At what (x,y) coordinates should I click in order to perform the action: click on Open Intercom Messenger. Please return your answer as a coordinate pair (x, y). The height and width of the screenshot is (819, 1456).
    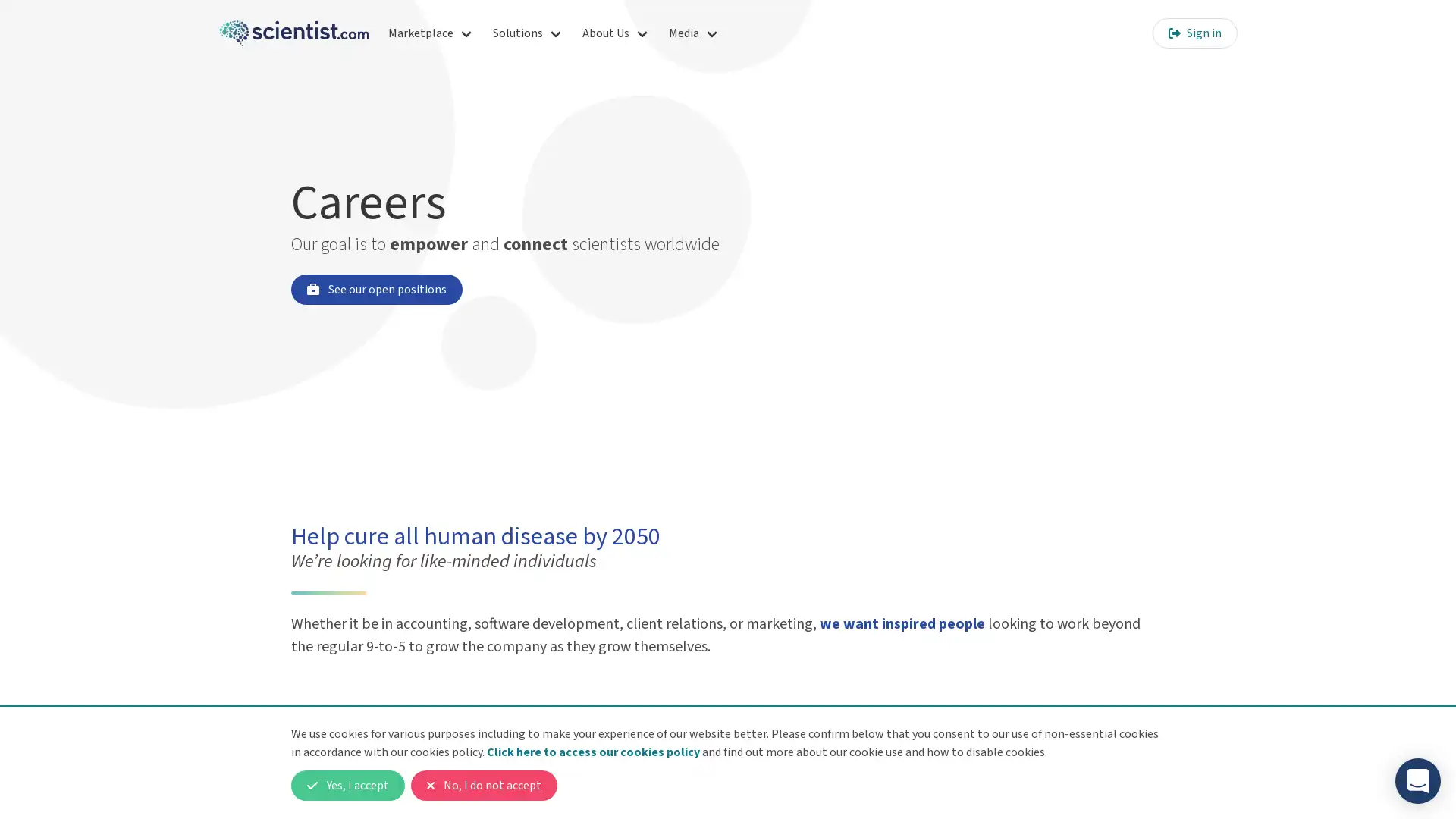
    Looking at the image, I should click on (1417, 780).